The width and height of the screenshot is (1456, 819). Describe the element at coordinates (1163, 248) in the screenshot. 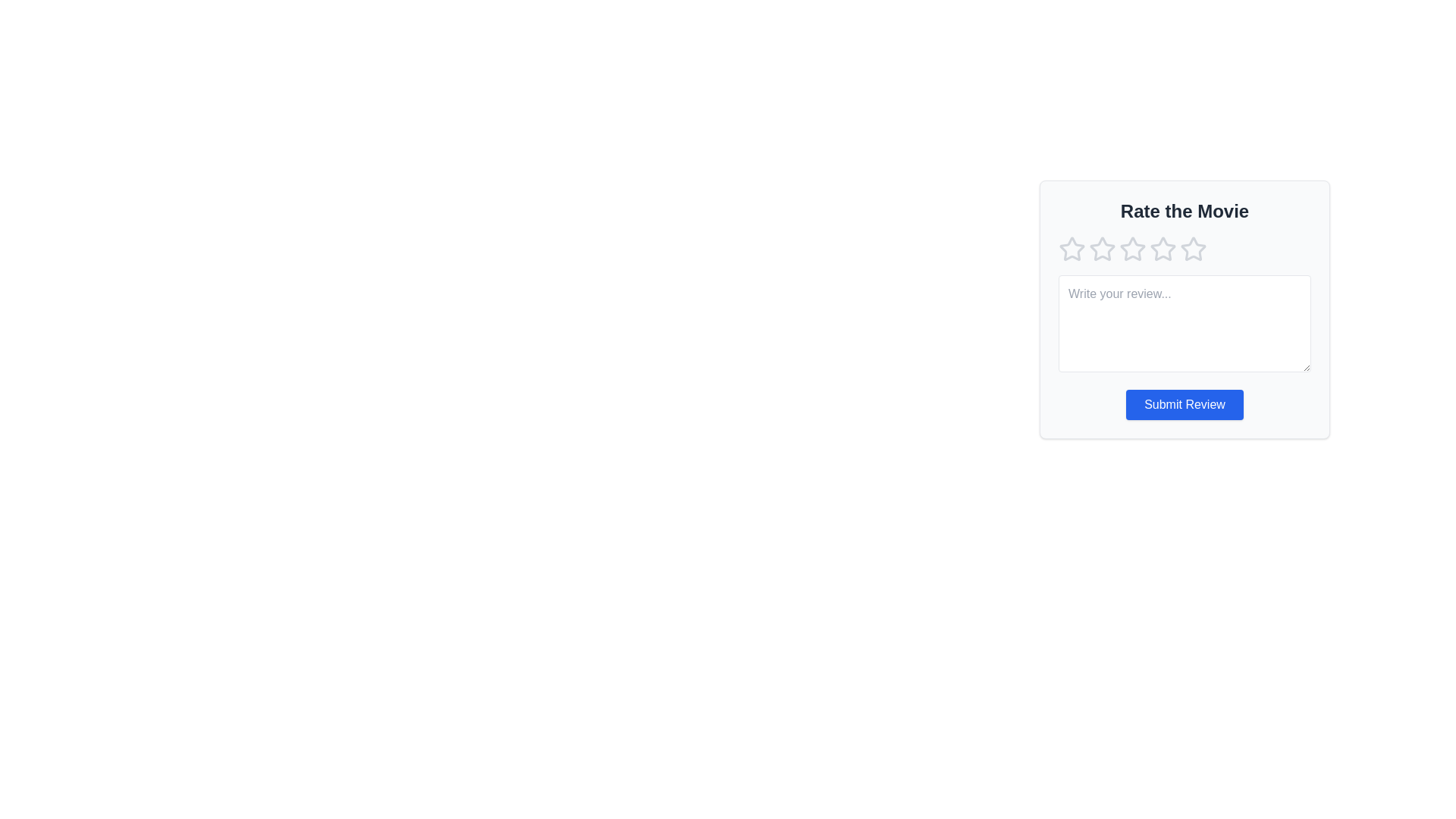

I see `the star corresponding to 4 to preview the rating` at that location.